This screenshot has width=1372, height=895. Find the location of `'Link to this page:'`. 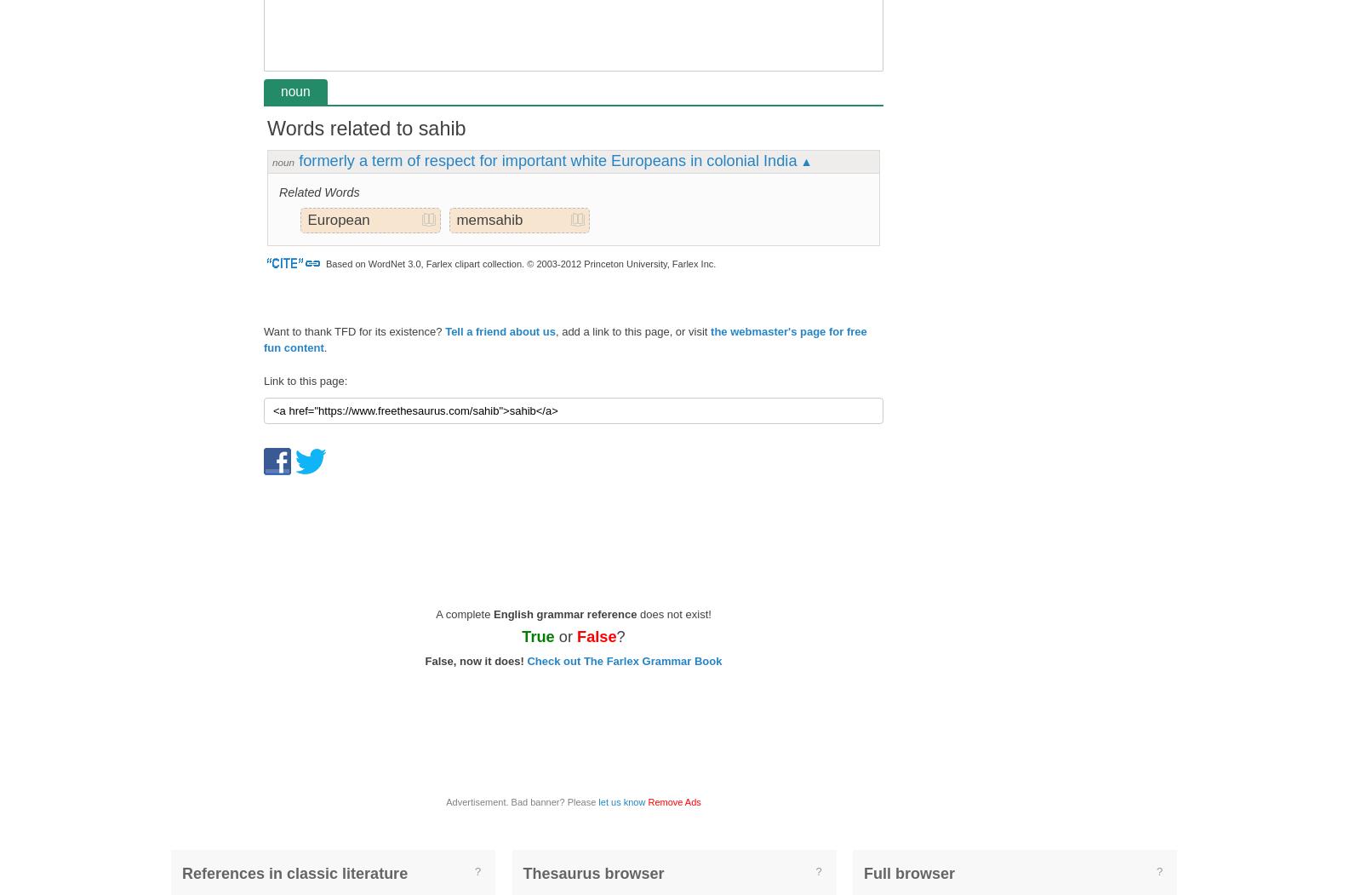

'Link to this page:' is located at coordinates (304, 380).